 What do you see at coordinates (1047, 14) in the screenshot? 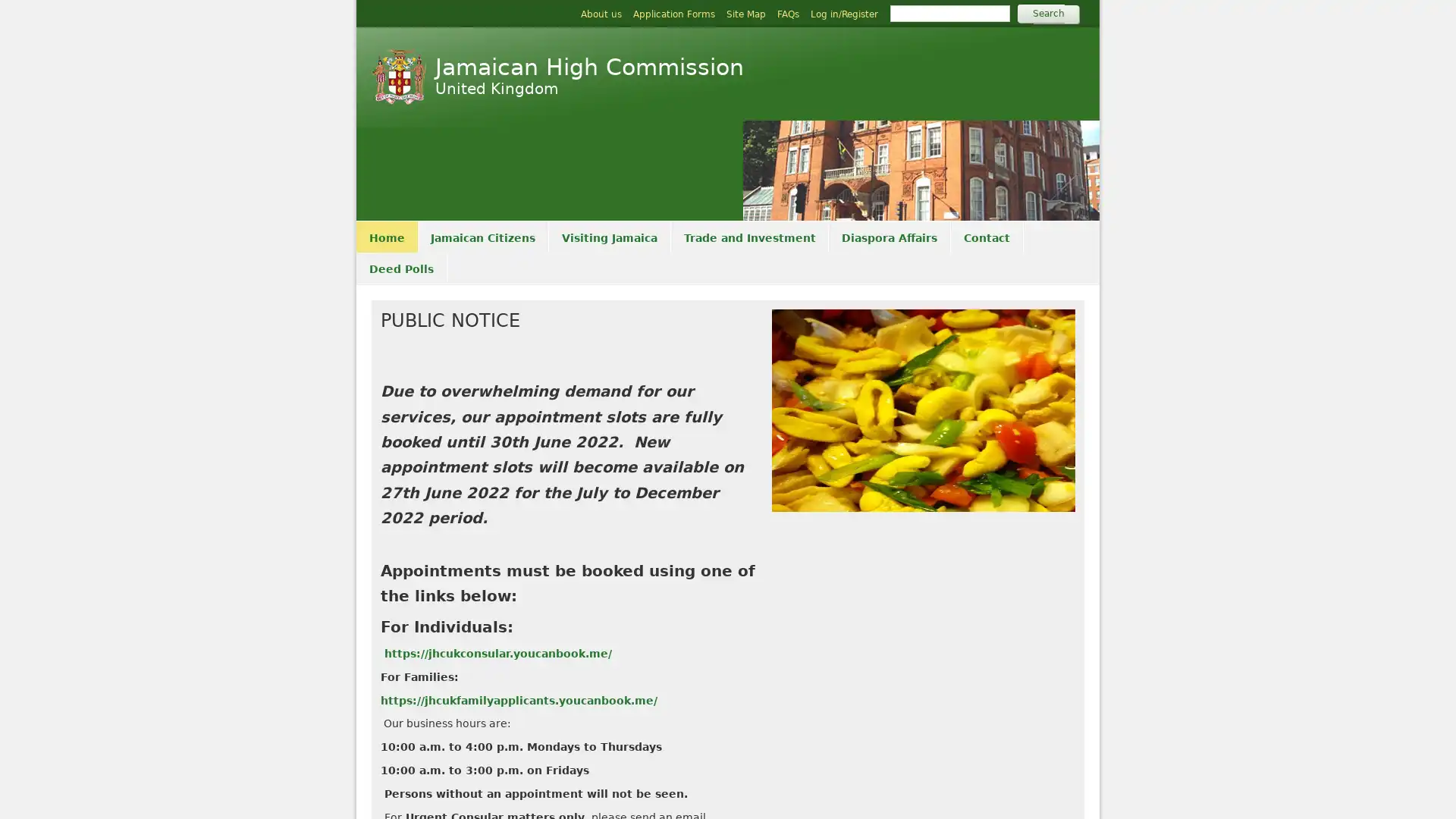
I see `Search` at bounding box center [1047, 14].